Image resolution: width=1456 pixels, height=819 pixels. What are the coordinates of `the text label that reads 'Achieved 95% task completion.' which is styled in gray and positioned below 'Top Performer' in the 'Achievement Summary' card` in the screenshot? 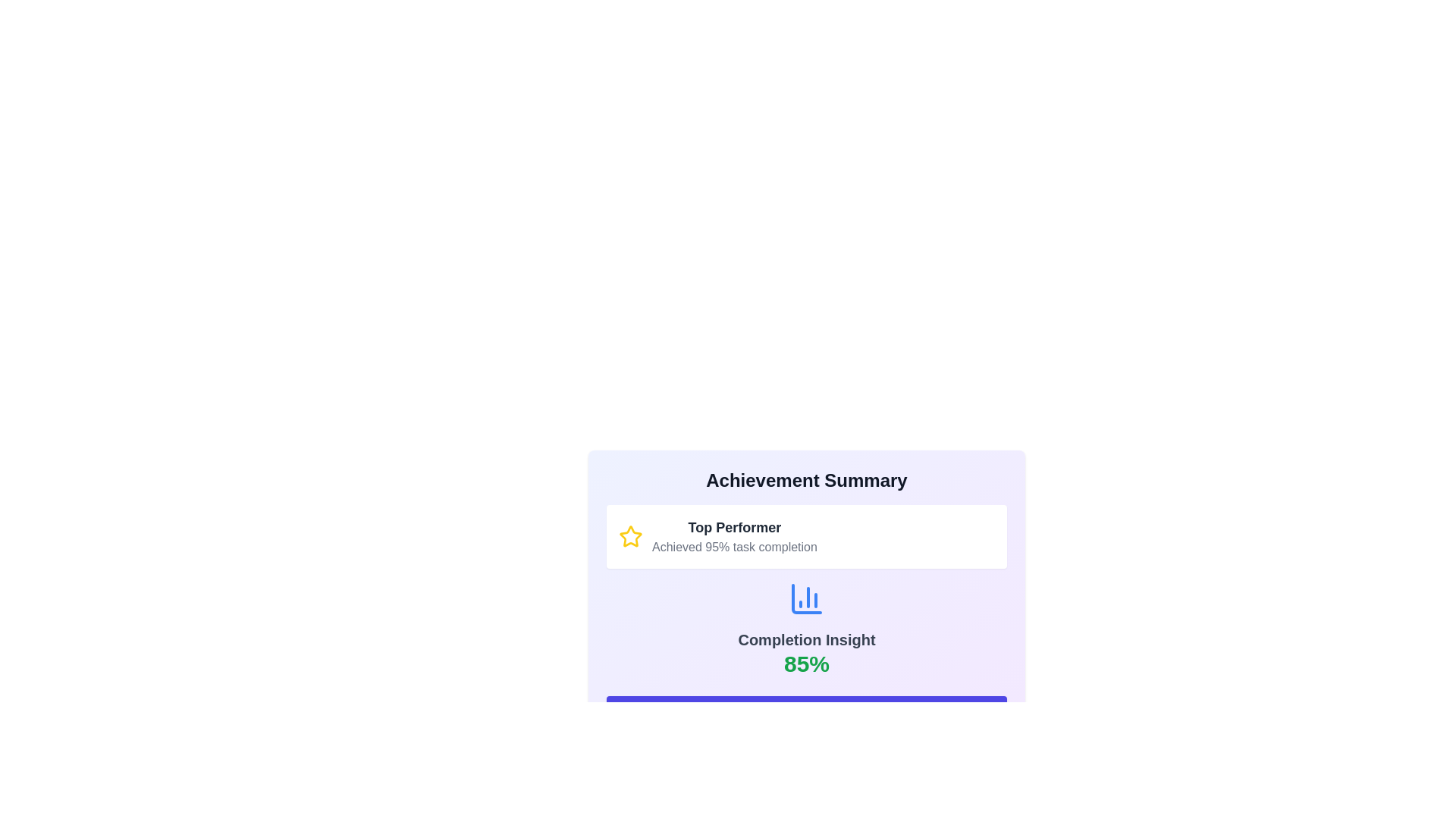 It's located at (735, 547).